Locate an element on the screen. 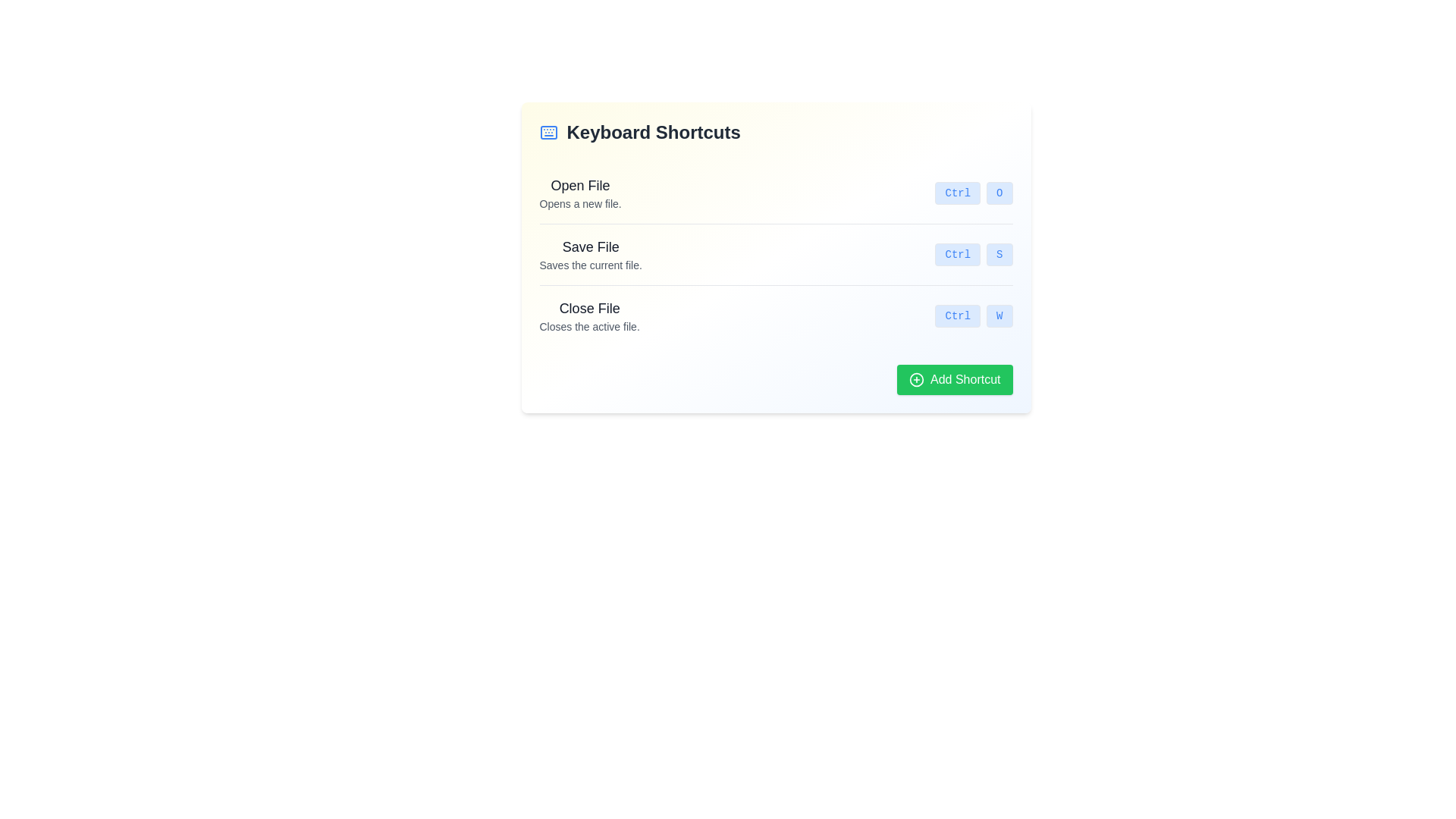 Image resolution: width=1456 pixels, height=819 pixels. the descriptive text snippet that reads 'Saves the current file.' located below the 'Save File' header is located at coordinates (590, 265).